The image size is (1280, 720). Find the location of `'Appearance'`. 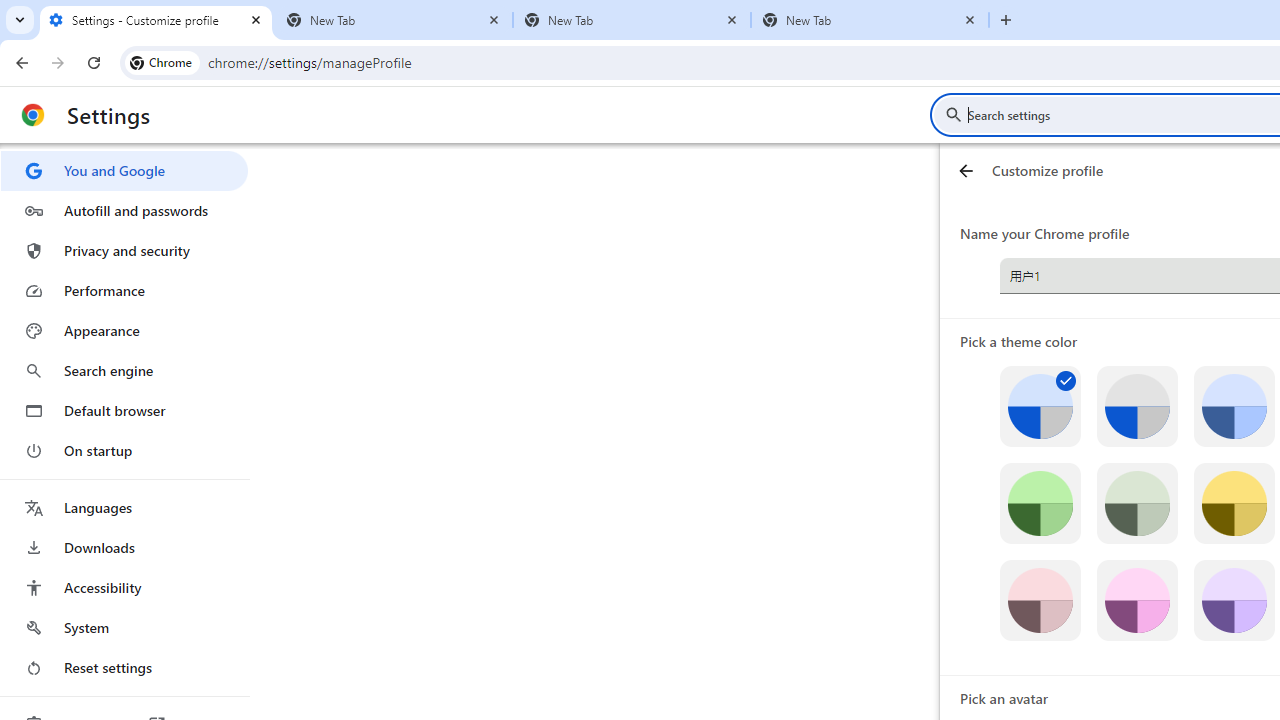

'Appearance' is located at coordinates (123, 330).